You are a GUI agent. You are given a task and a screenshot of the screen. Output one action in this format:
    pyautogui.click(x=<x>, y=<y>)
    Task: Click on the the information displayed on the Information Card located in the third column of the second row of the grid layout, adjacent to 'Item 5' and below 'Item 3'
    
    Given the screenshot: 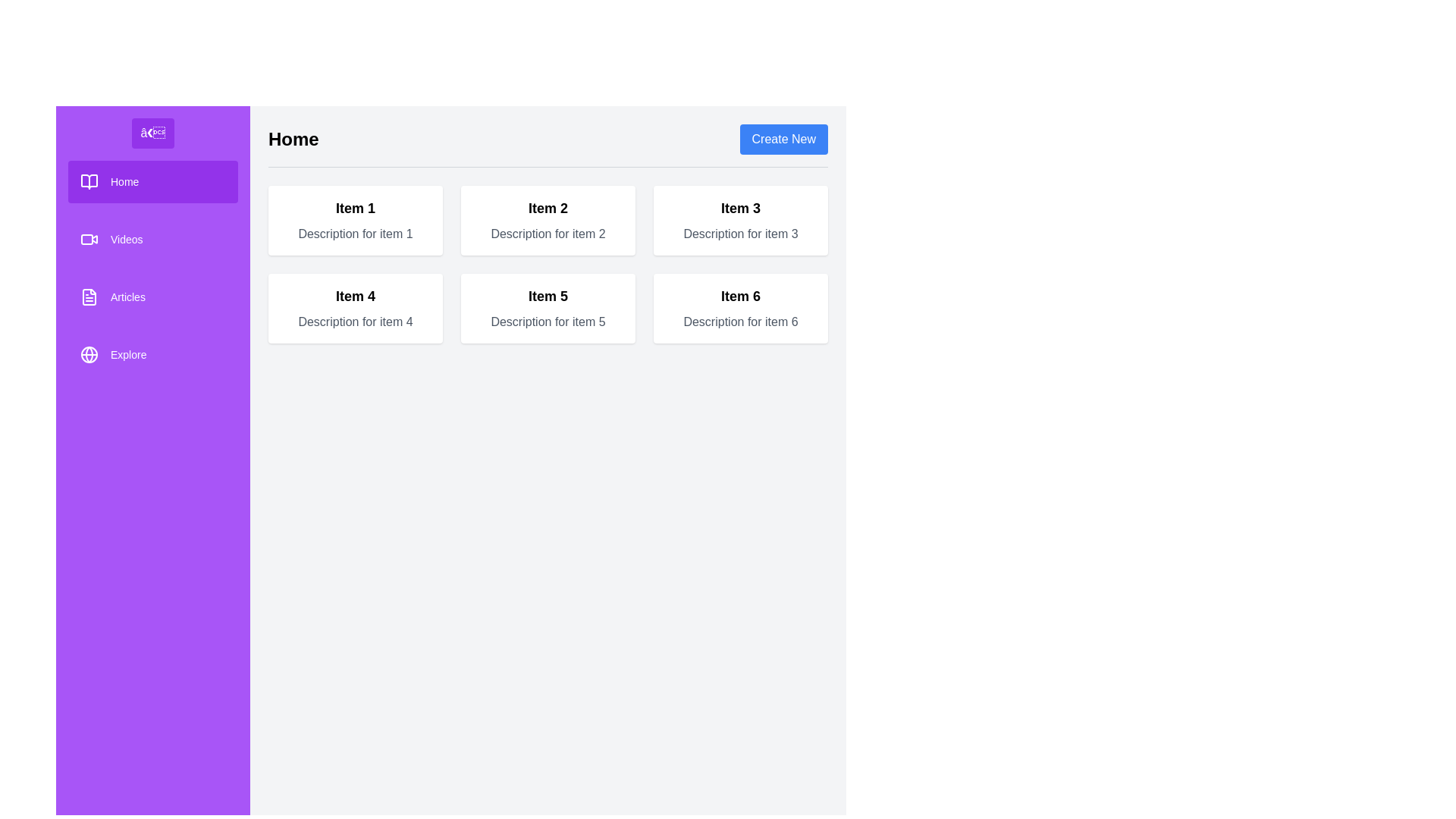 What is the action you would take?
    pyautogui.click(x=741, y=308)
    